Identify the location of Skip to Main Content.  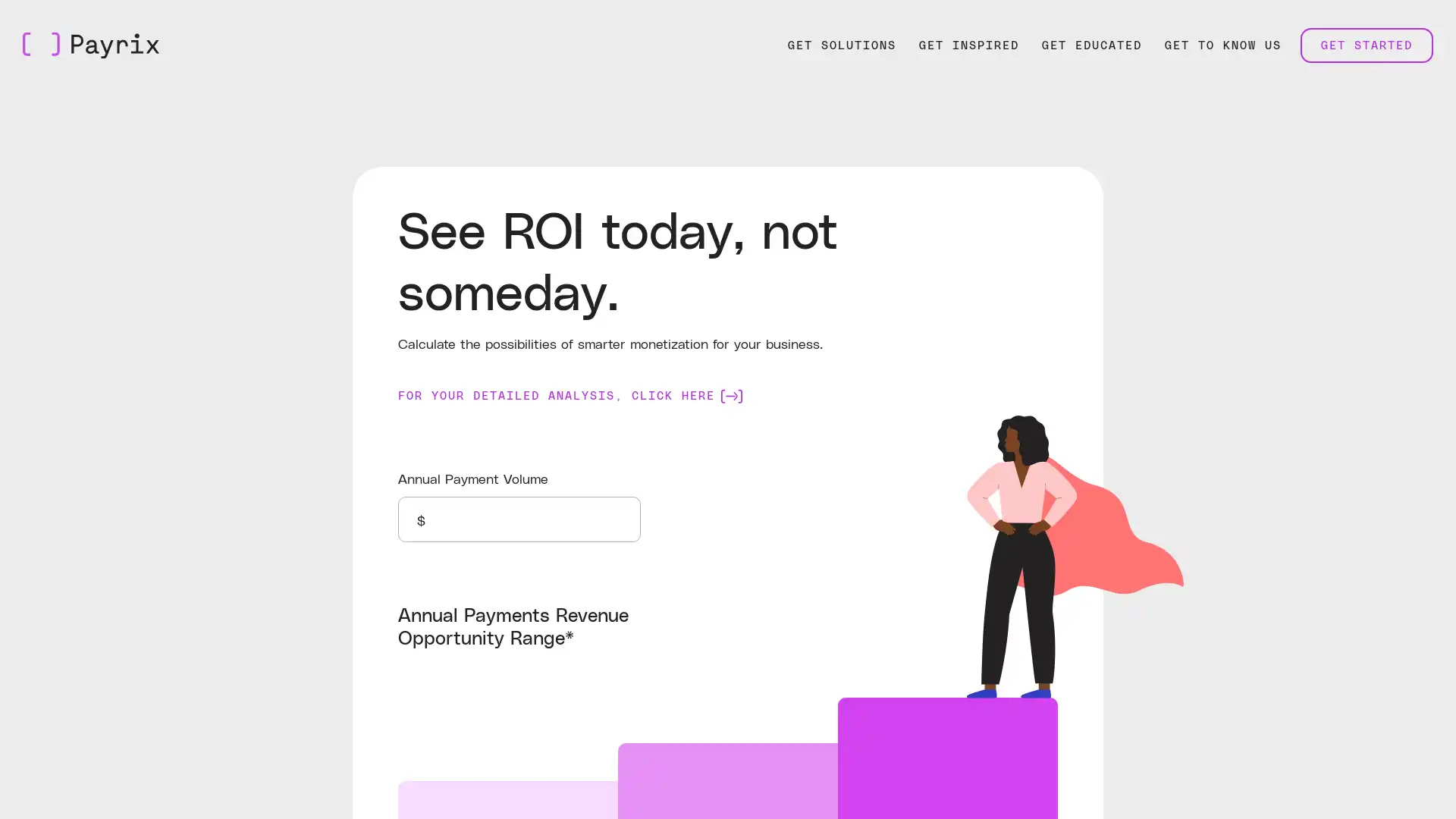
(15, 15).